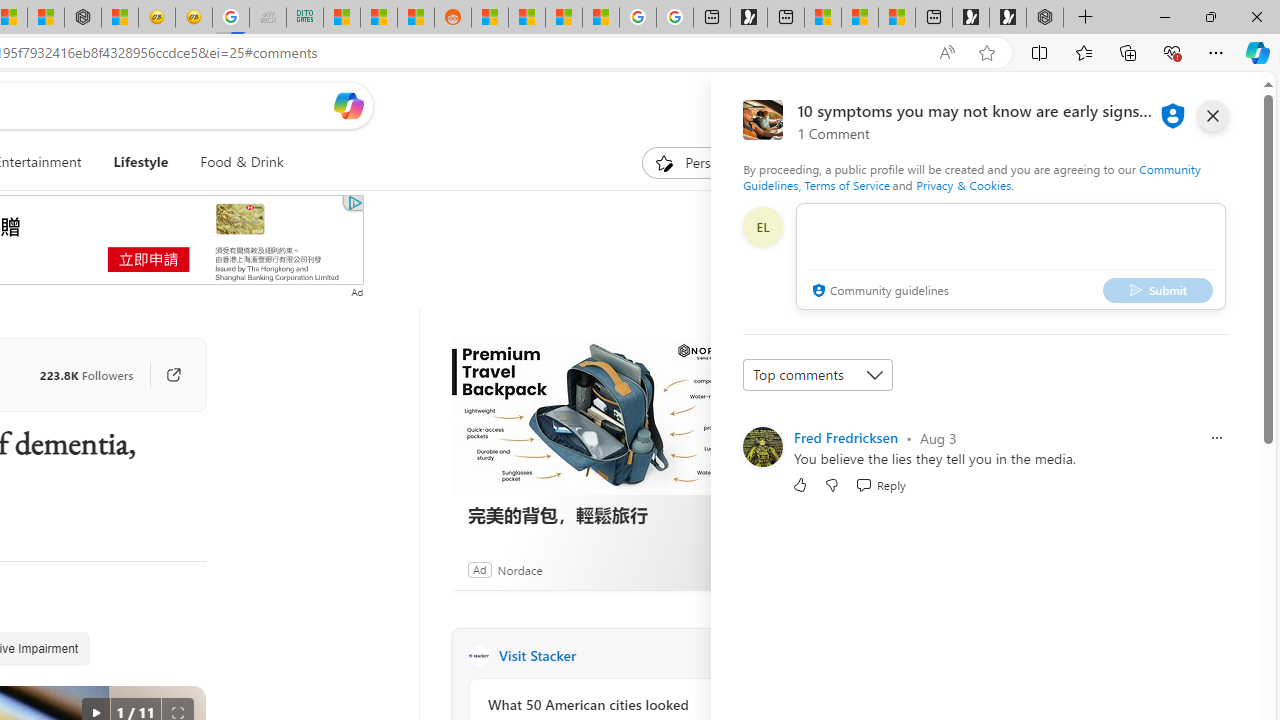  Describe the element at coordinates (348, 105) in the screenshot. I see `'Open Copilot'` at that location.